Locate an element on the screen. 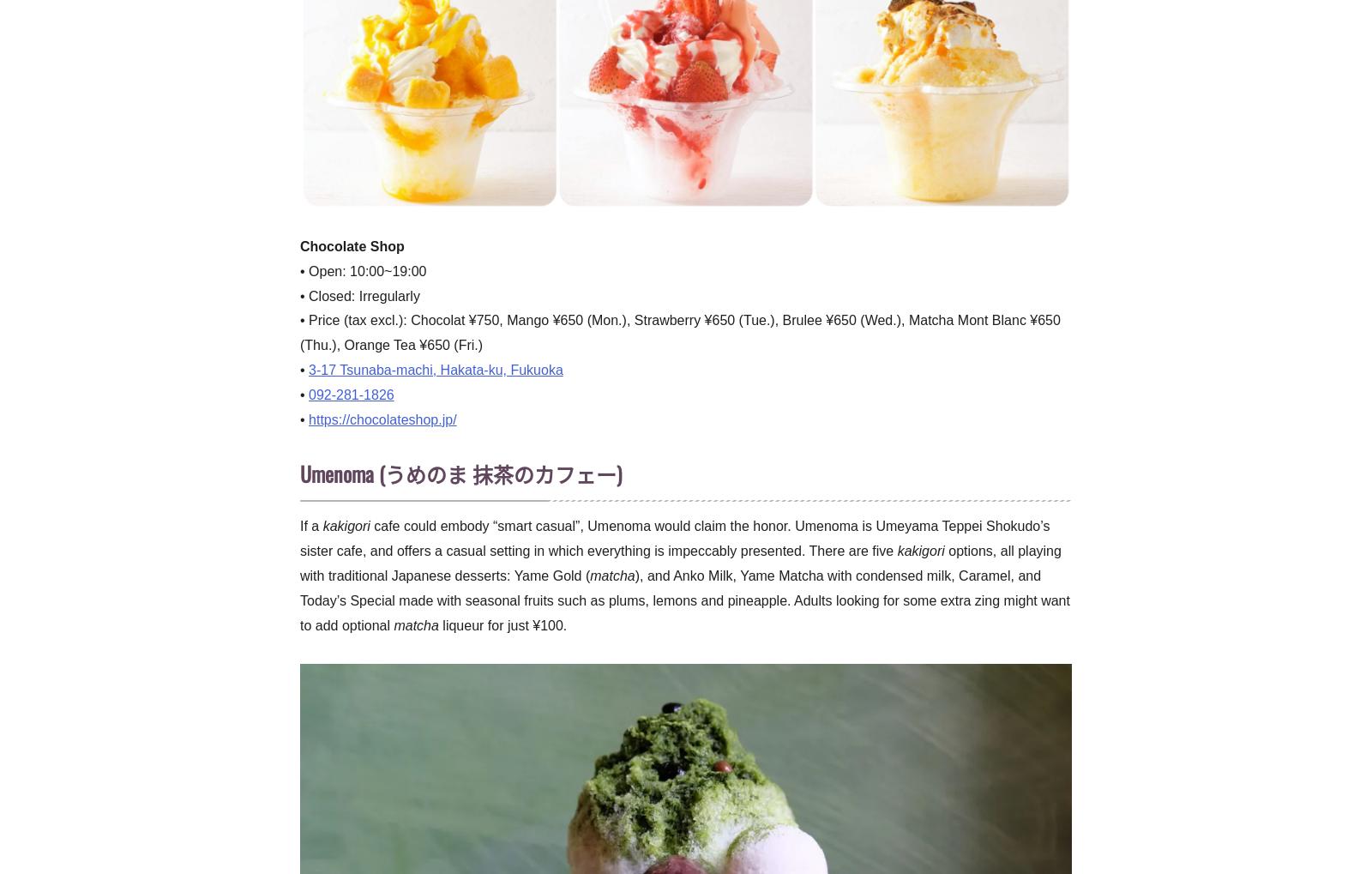  'Umenoma (うめのま 抹茶のカフェー)' is located at coordinates (460, 473).